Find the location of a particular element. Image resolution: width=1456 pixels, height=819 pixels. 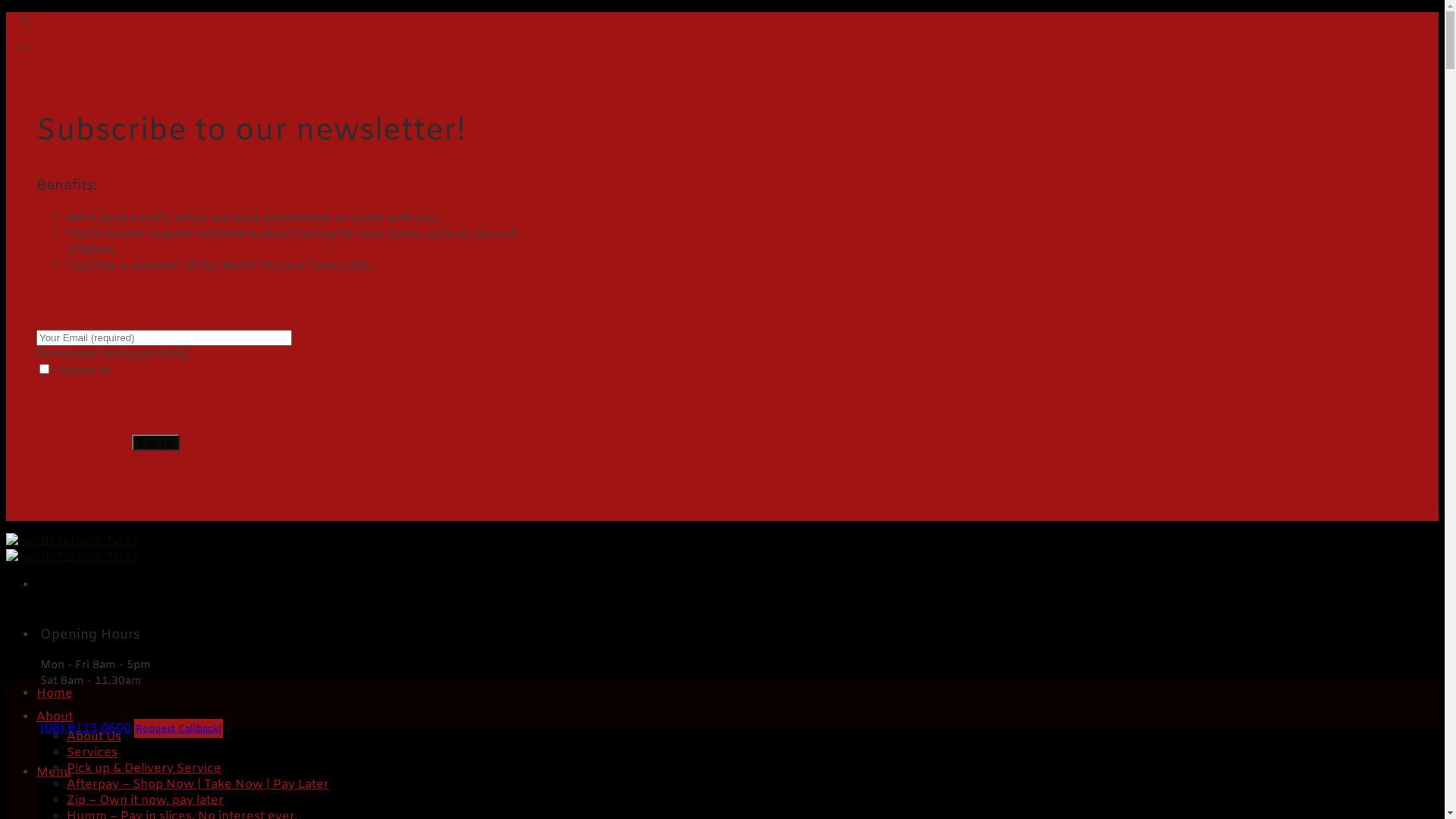

'About Us' is located at coordinates (65, 736).